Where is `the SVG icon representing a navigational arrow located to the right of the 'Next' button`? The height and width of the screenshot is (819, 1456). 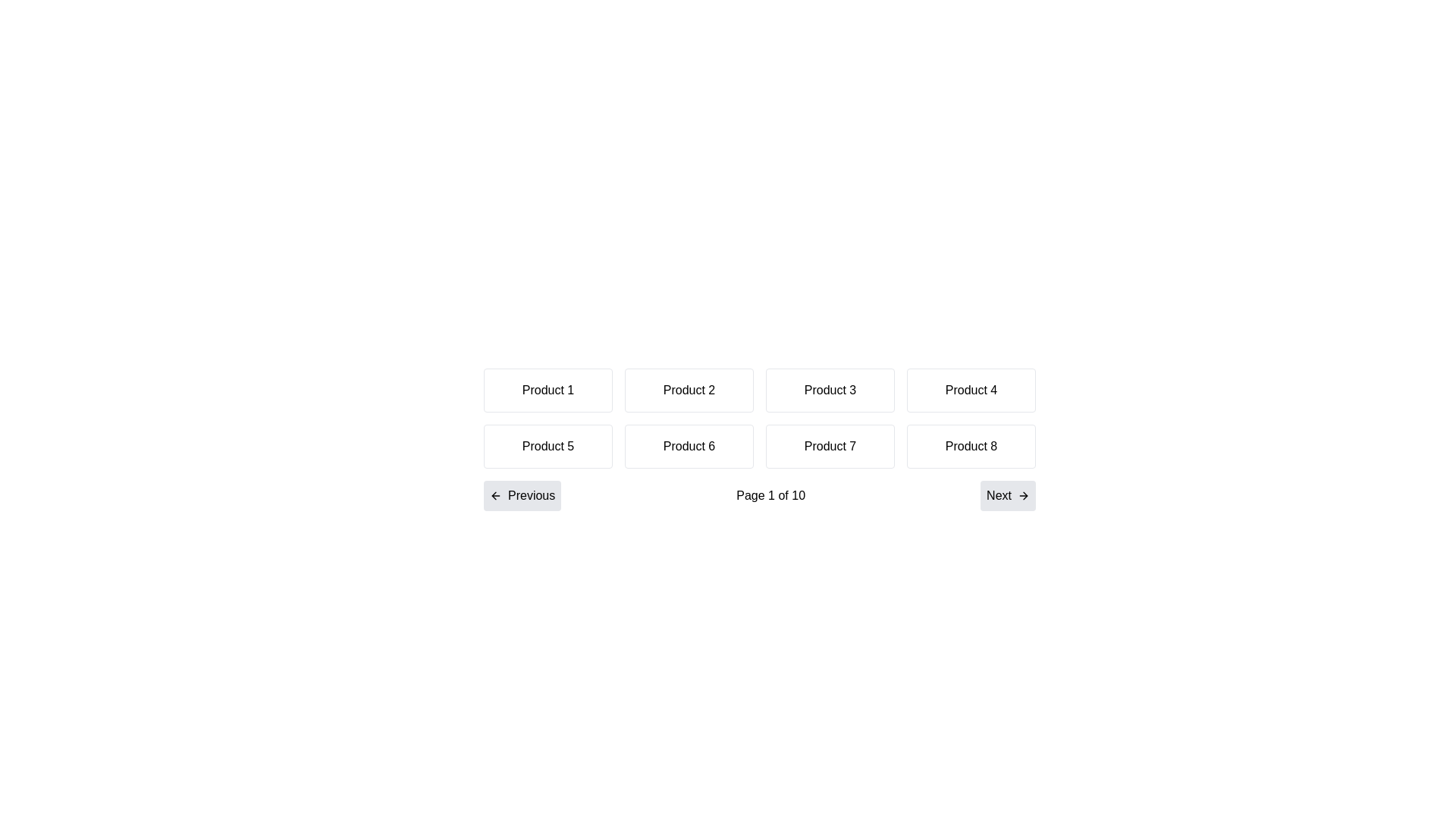
the SVG icon representing a navigational arrow located to the right of the 'Next' button is located at coordinates (1023, 496).